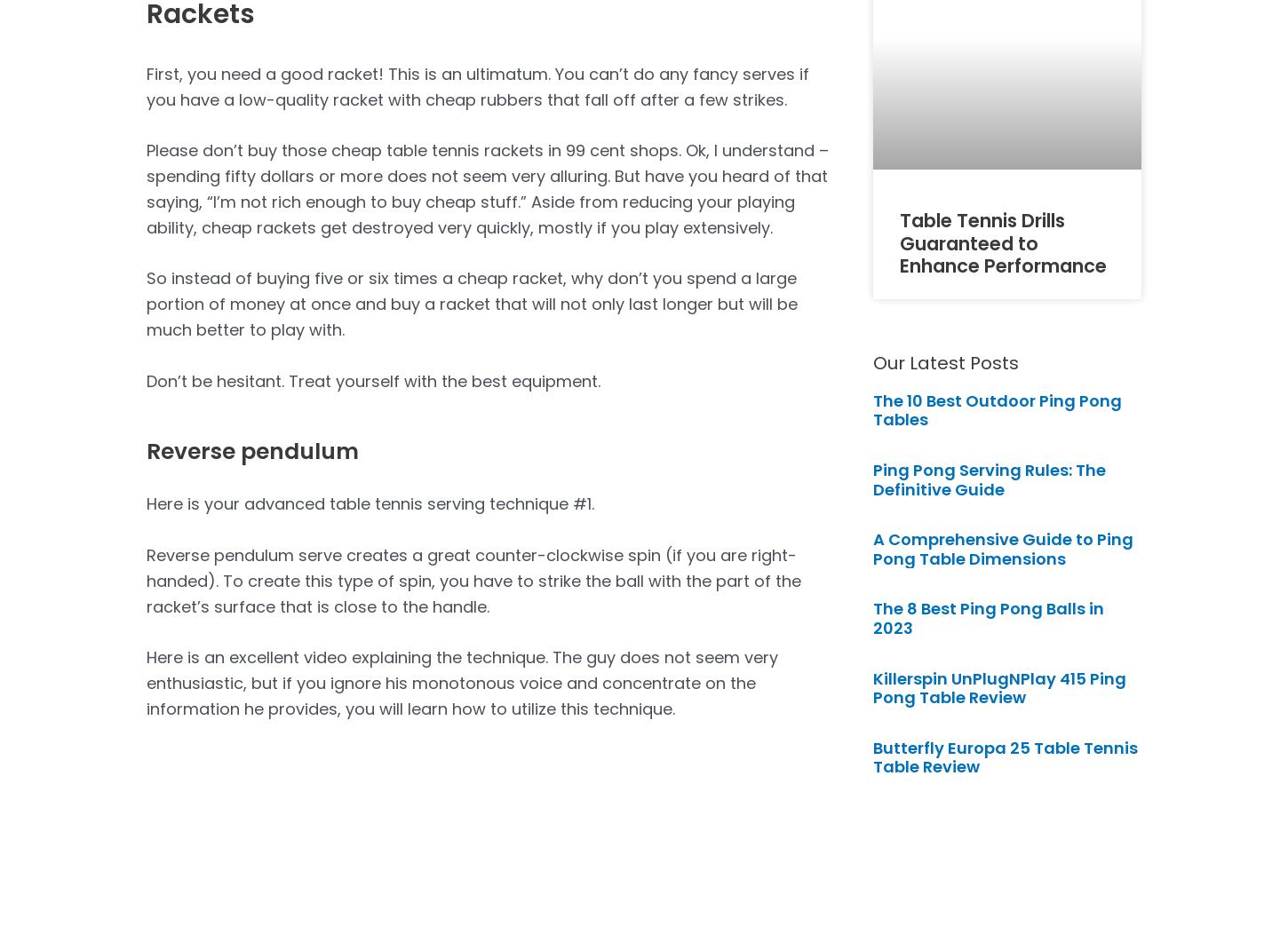 This screenshot has width=1288, height=942. What do you see at coordinates (872, 548) in the screenshot?
I see `'A Comprehensive Guide to Ping Pong Table Dimensions'` at bounding box center [872, 548].